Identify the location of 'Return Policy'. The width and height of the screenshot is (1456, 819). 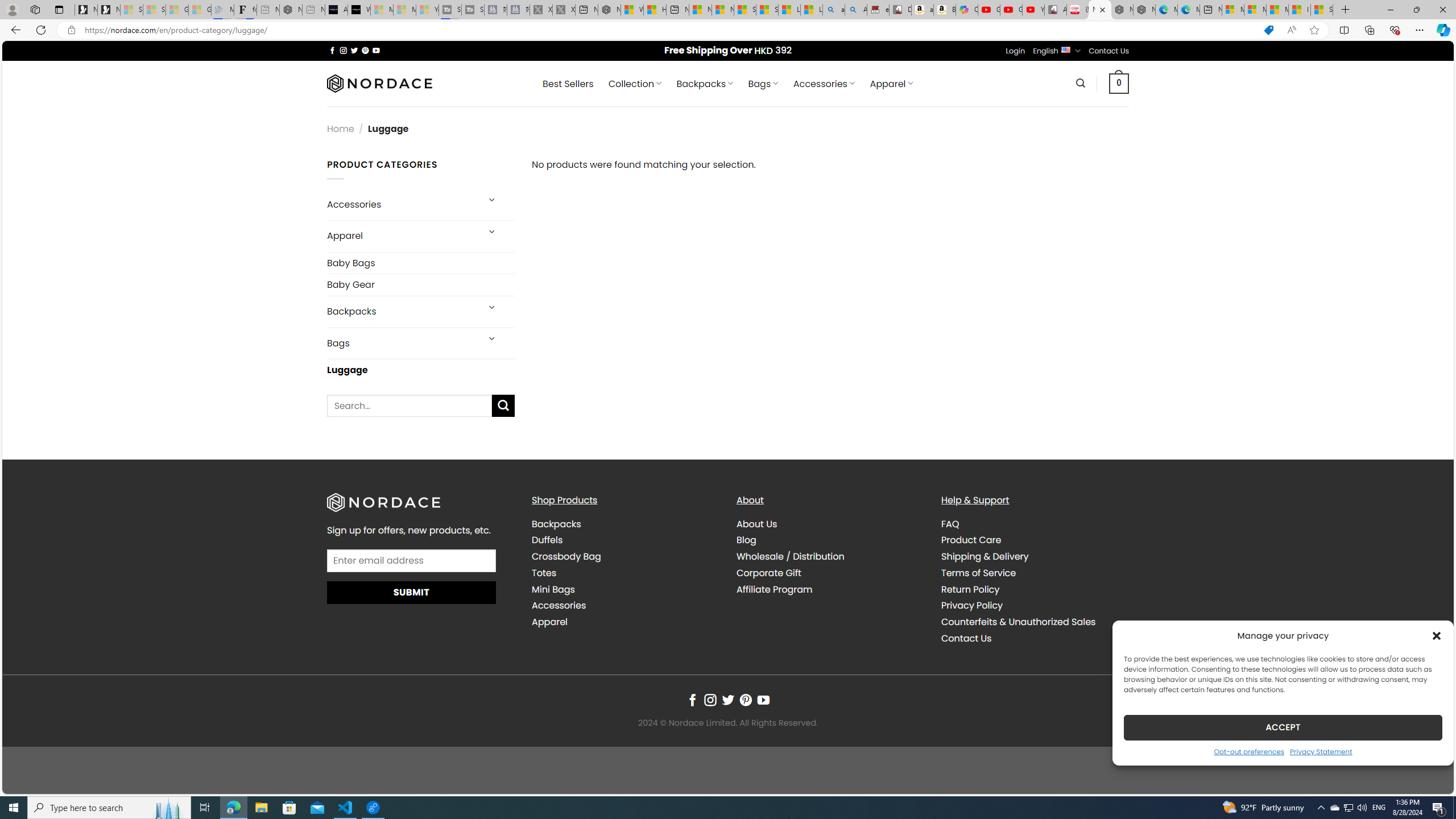
(970, 589).